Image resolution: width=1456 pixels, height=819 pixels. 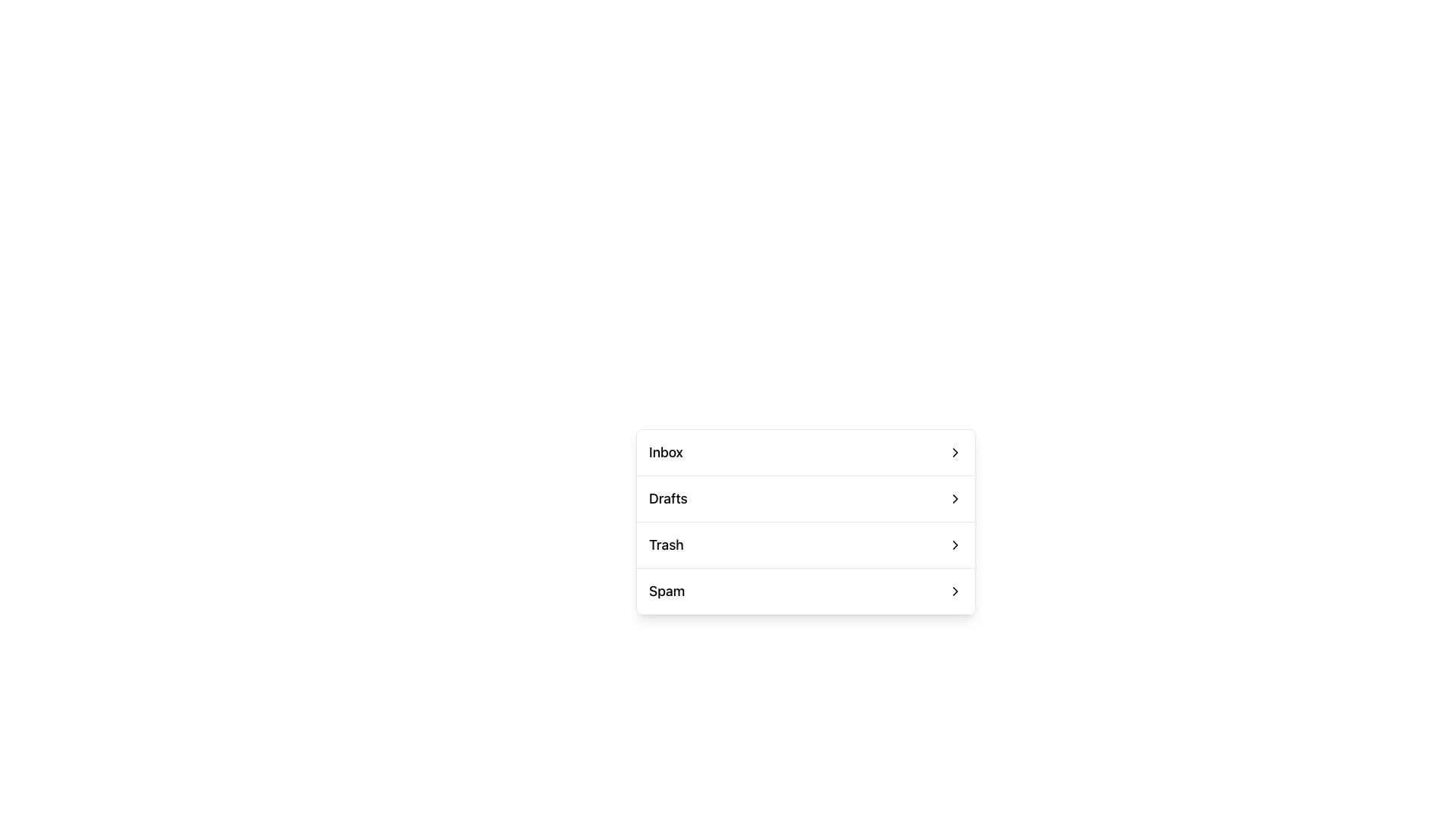 What do you see at coordinates (667, 590) in the screenshot?
I see `the text label reading 'Spam', which is styled prominently and located within the fourth entry of a vertical menu, beneath the 'Trash' menu item` at bounding box center [667, 590].